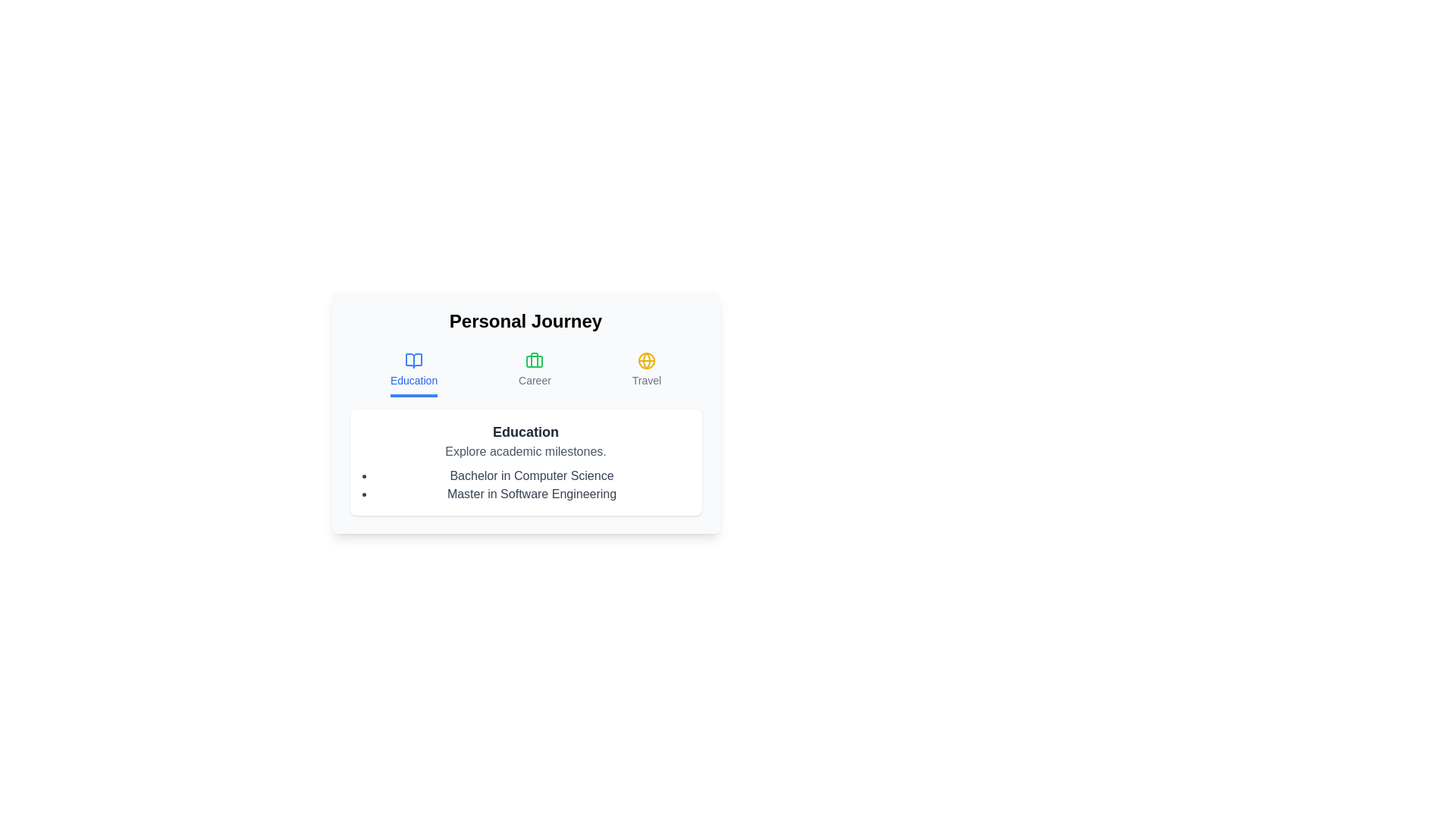 This screenshot has height=819, width=1456. What do you see at coordinates (646, 360) in the screenshot?
I see `the 'Travel' navigation icon, which is the largest graphical component in the 'Travel' section located in the rightmost position of the navigation bar below the 'Personal Journey' header` at bounding box center [646, 360].